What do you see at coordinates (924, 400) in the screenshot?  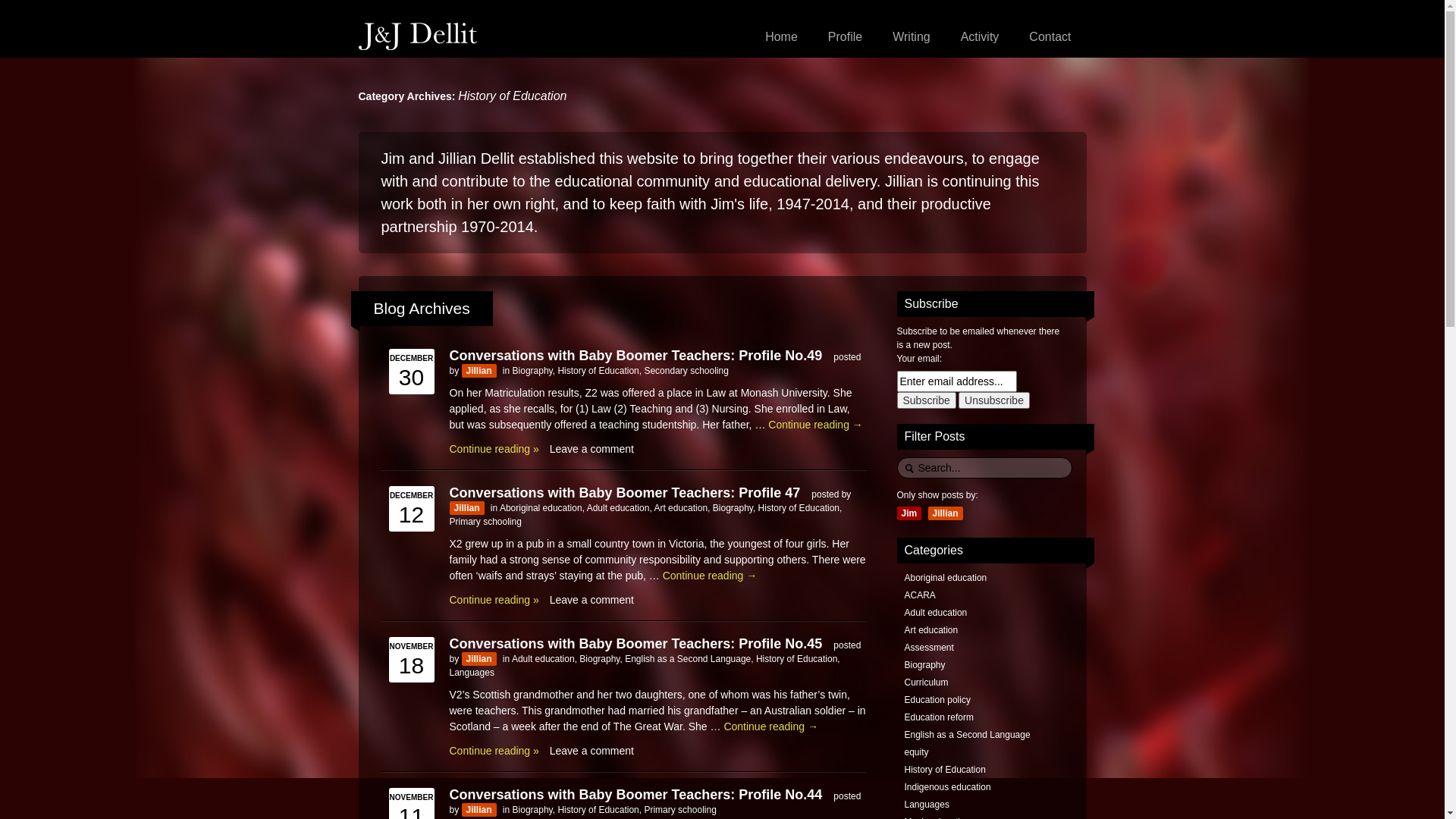 I see `'Subscribe'` at bounding box center [924, 400].